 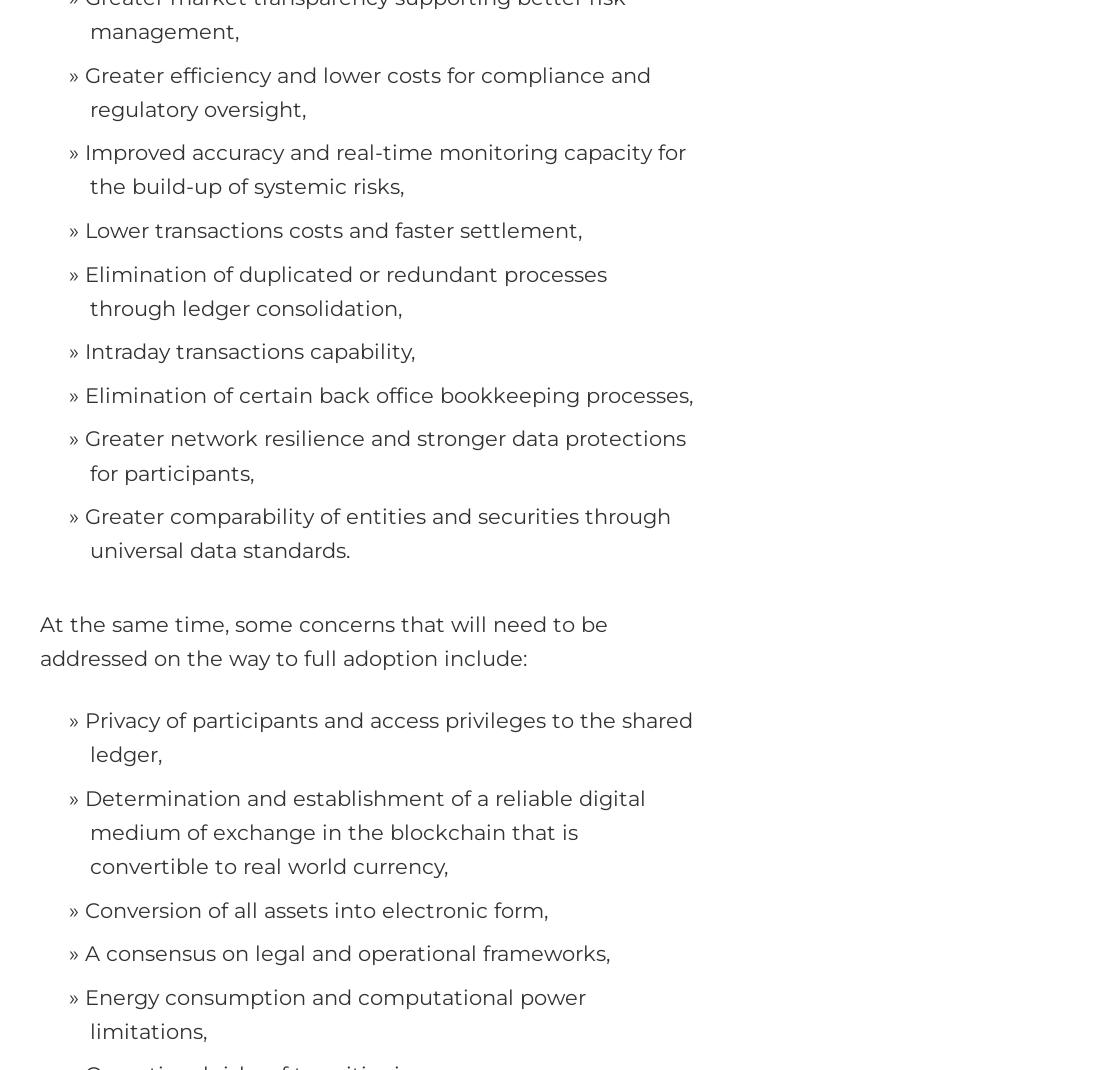 I want to click on 'Improved accuracy and real-time monitoring capacity for the build-up of systemic risks,', so click(x=384, y=169).